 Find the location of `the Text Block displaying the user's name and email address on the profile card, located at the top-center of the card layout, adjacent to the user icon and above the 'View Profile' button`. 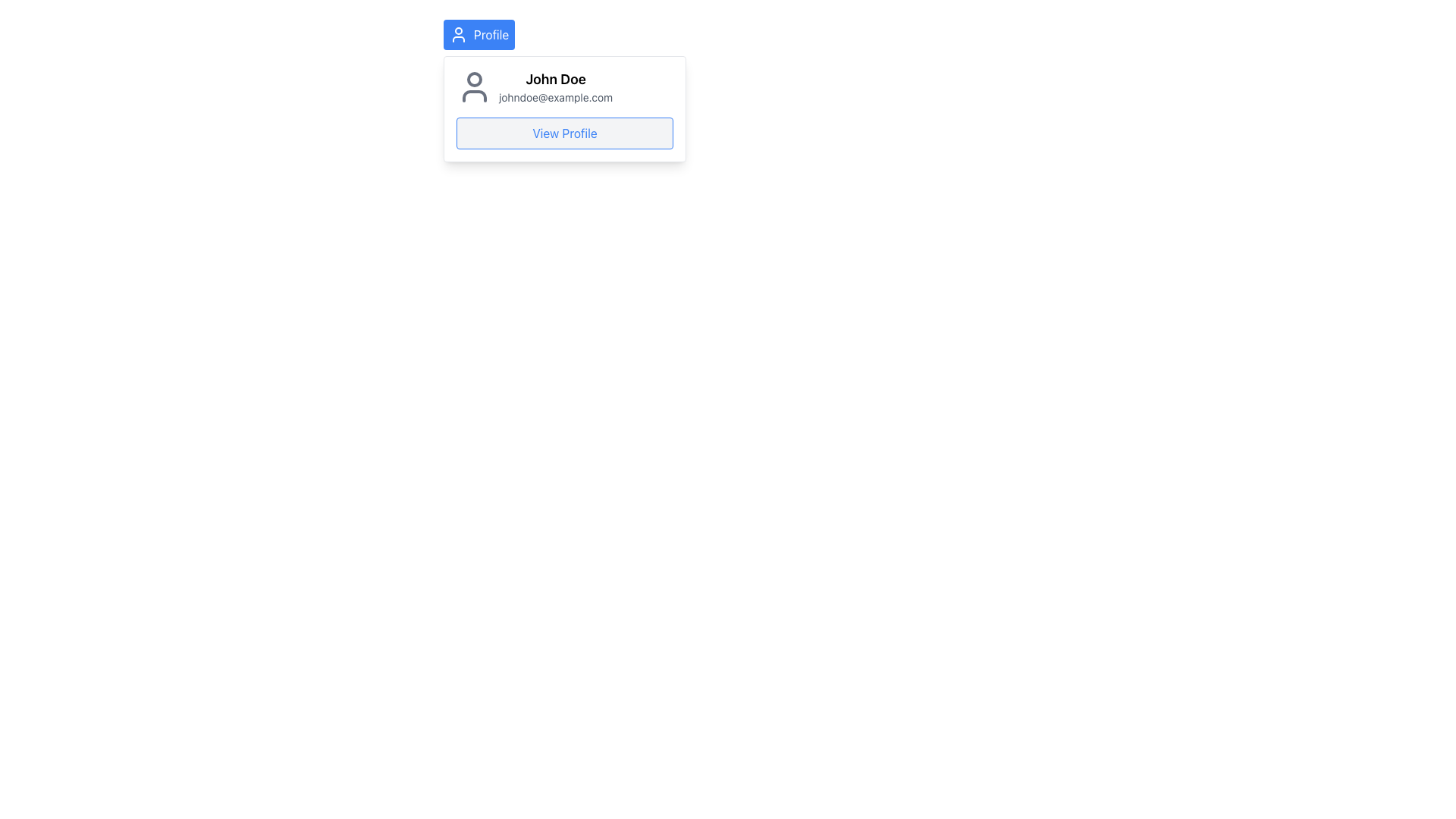

the Text Block displaying the user's name and email address on the profile card, located at the top-center of the card layout, adjacent to the user icon and above the 'View Profile' button is located at coordinates (555, 87).